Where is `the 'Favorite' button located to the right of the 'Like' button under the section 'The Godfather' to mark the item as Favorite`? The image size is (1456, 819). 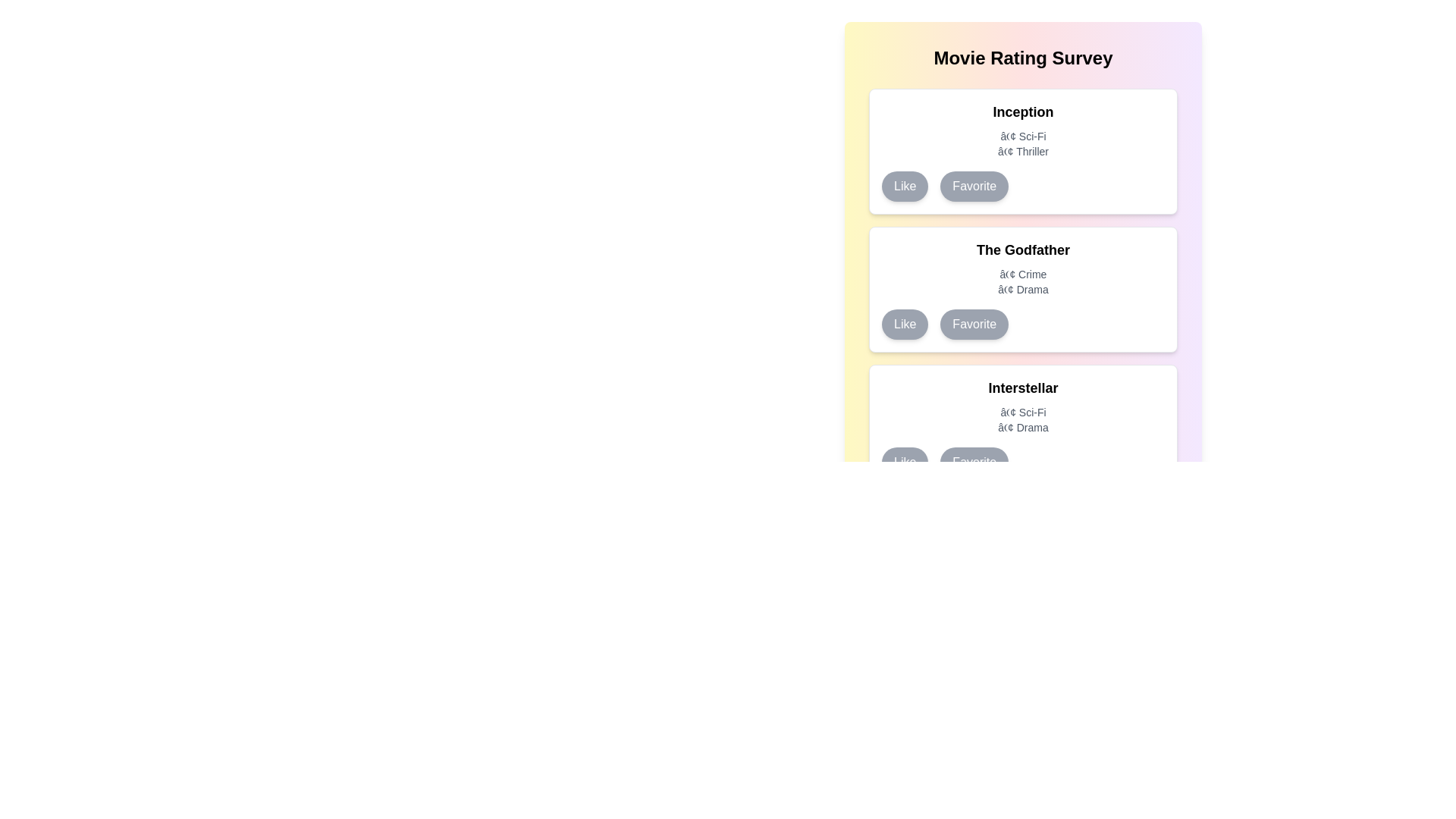 the 'Favorite' button located to the right of the 'Like' button under the section 'The Godfather' to mark the item as Favorite is located at coordinates (974, 324).